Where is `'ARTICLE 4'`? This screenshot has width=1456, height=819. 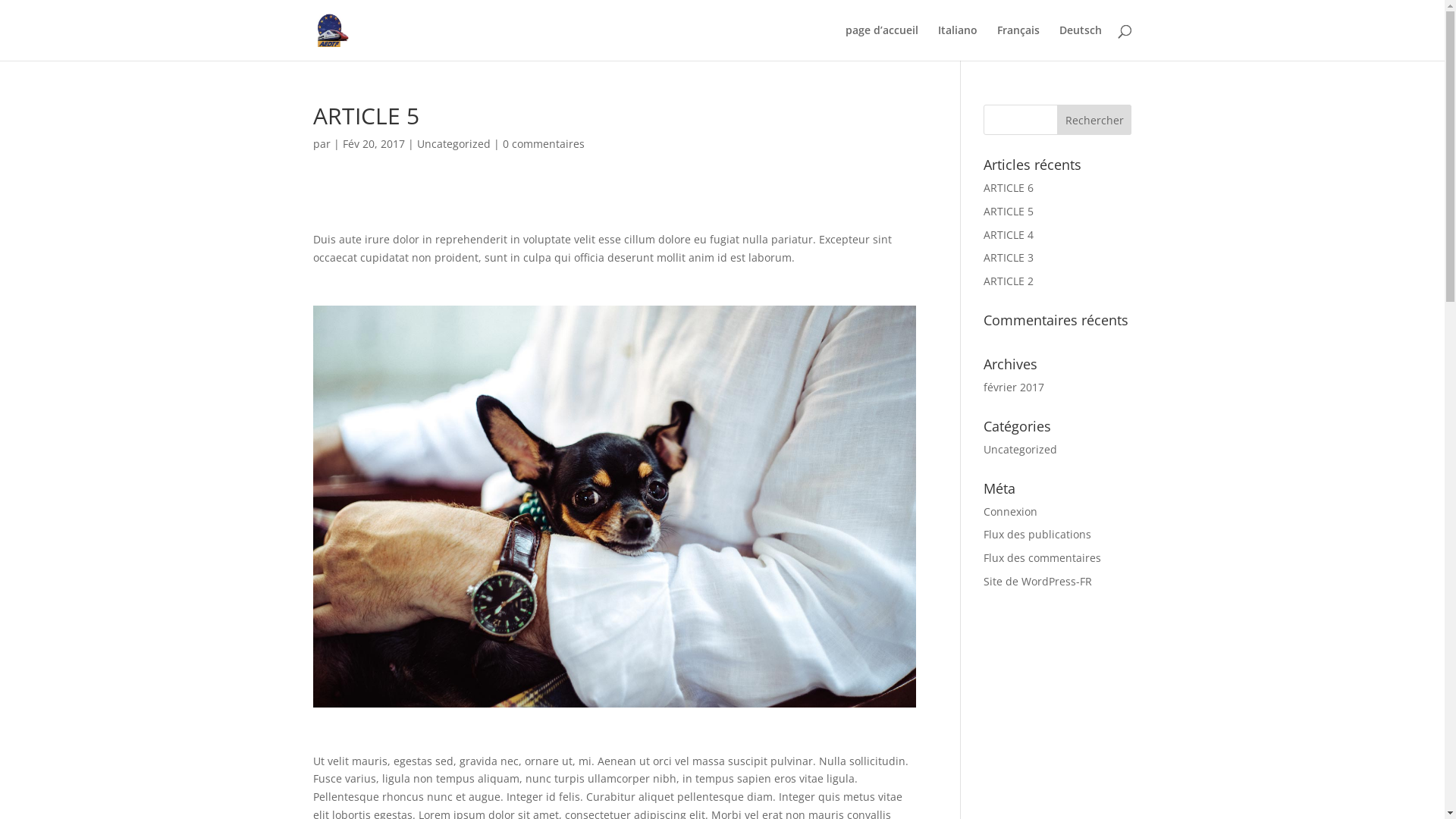
'ARTICLE 4' is located at coordinates (1008, 234).